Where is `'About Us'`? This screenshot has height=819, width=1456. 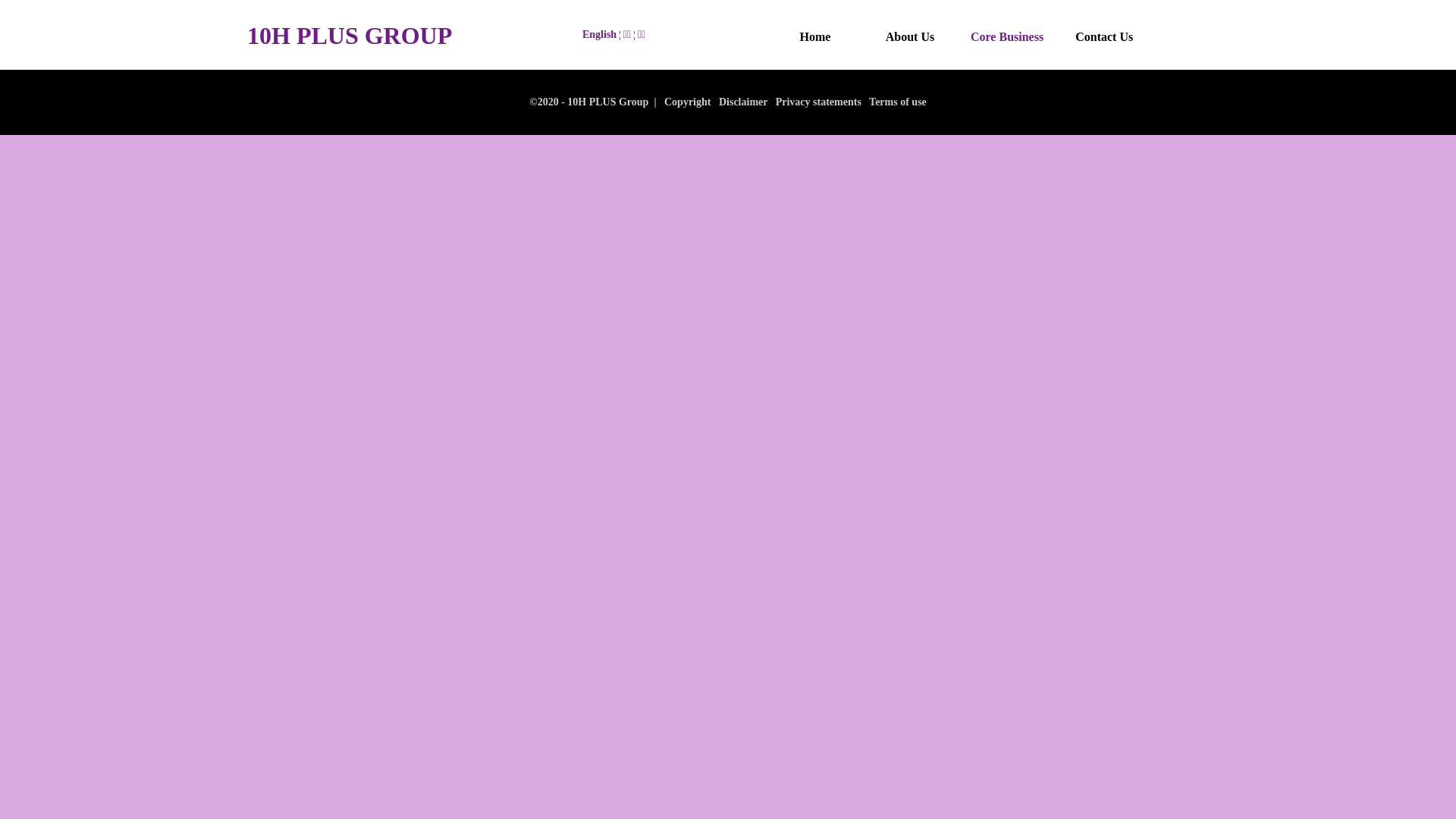 'About Us' is located at coordinates (910, 36).